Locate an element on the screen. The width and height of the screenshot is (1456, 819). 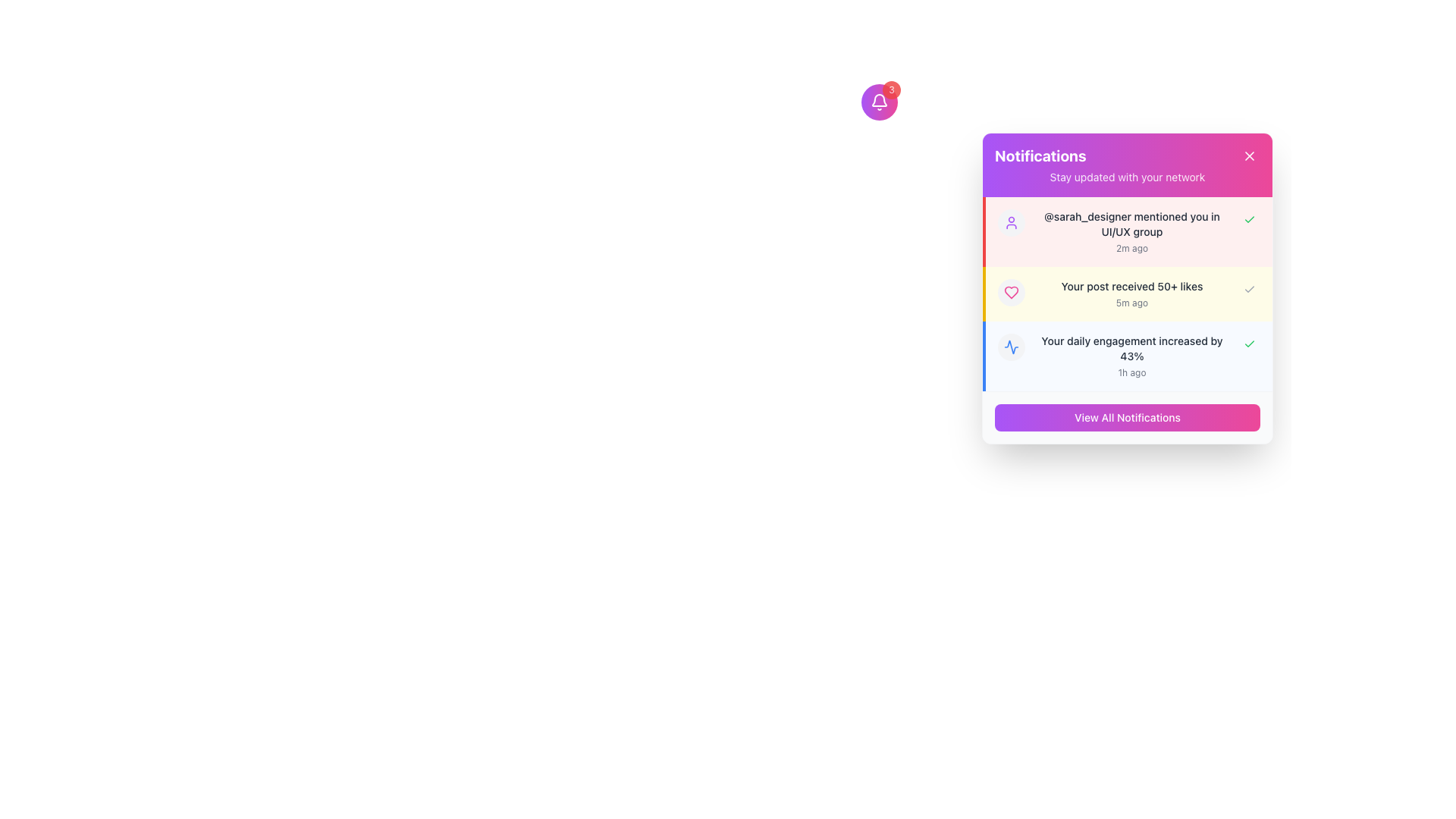
text label displaying '5m ago' located below the notification text in the second notification item of the notification panel is located at coordinates (1131, 303).